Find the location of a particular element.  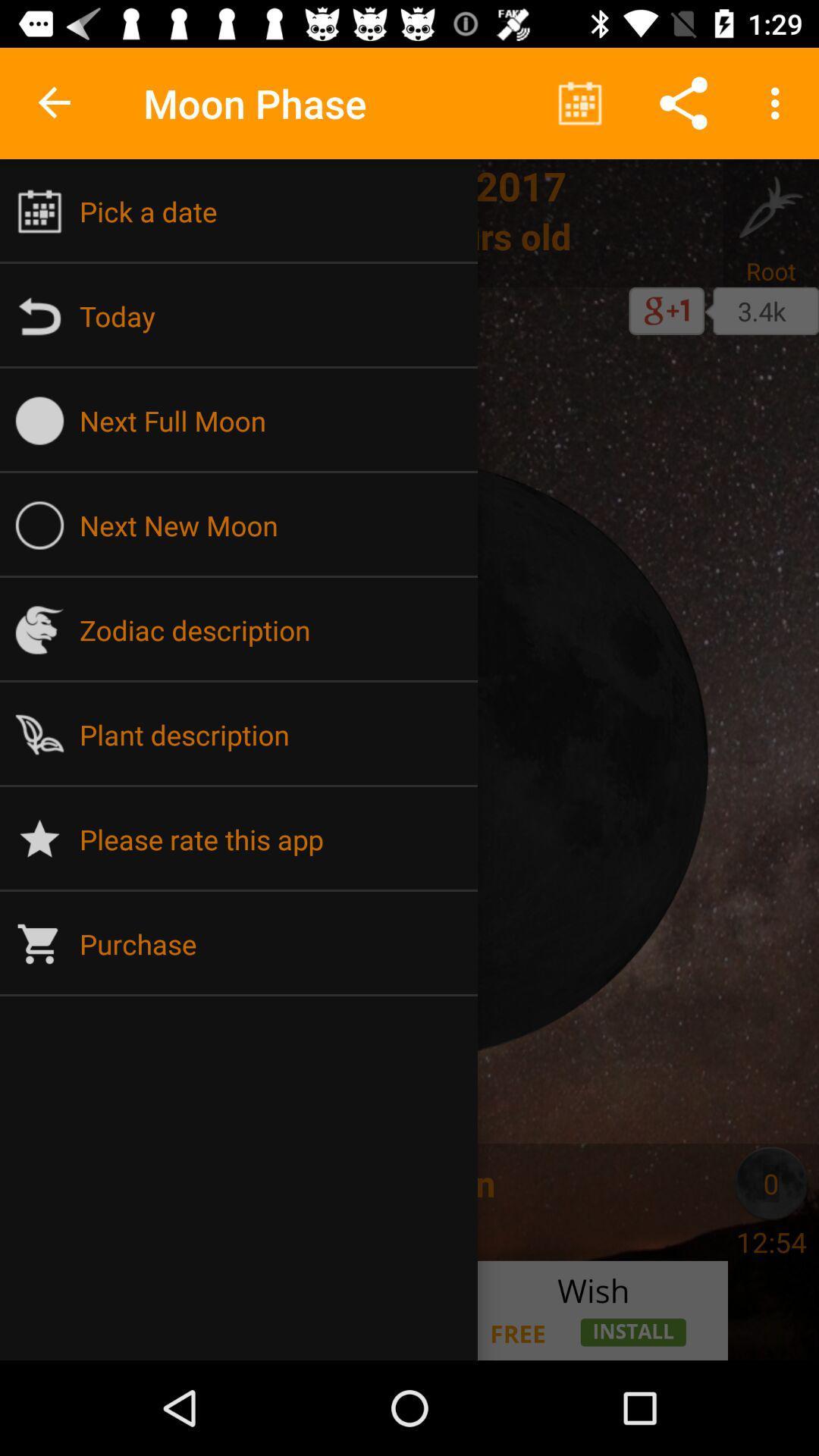

the icon at left side of pick a date is located at coordinates (39, 210).